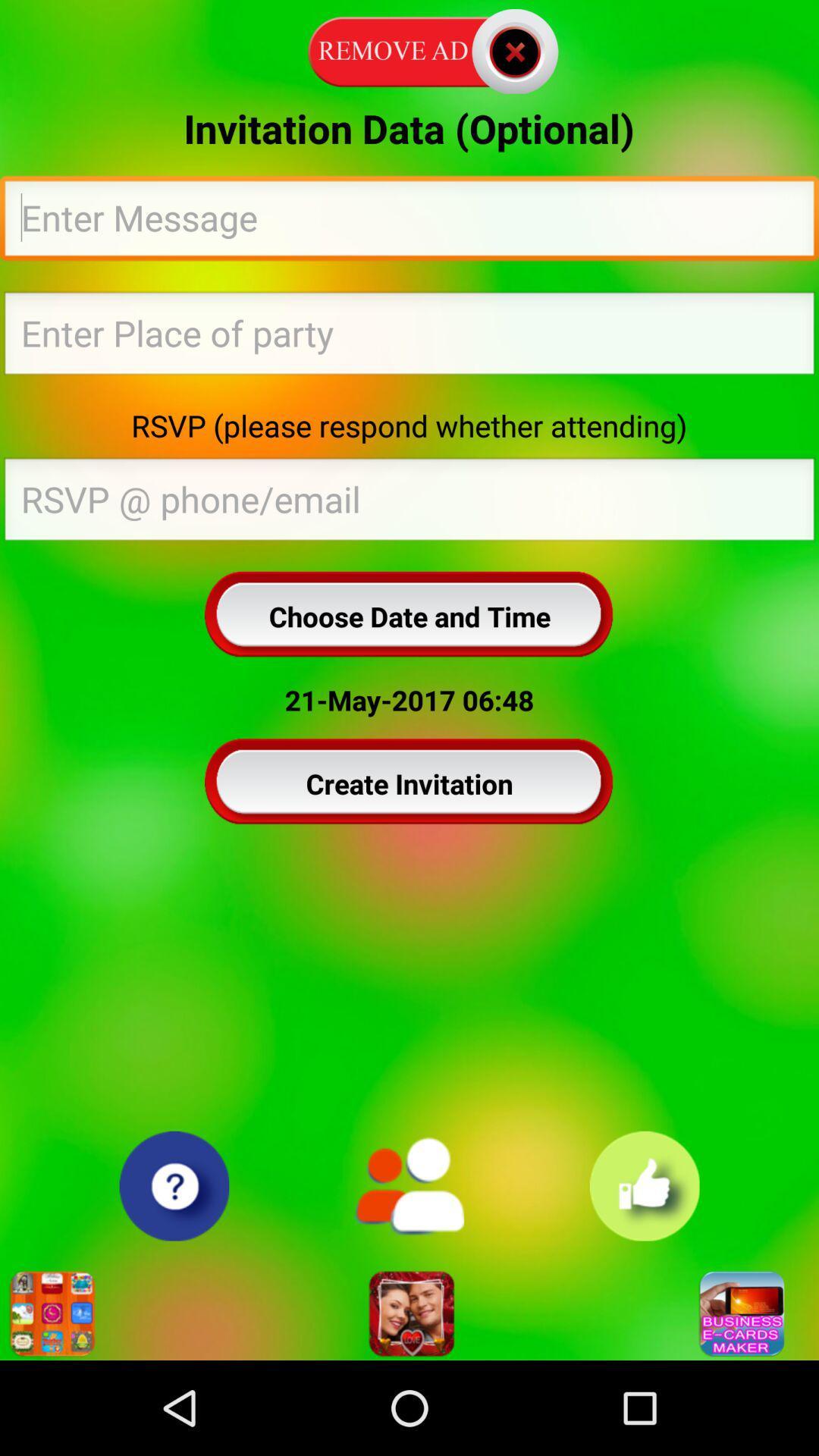  I want to click on the avatar icon, so click(409, 1402).